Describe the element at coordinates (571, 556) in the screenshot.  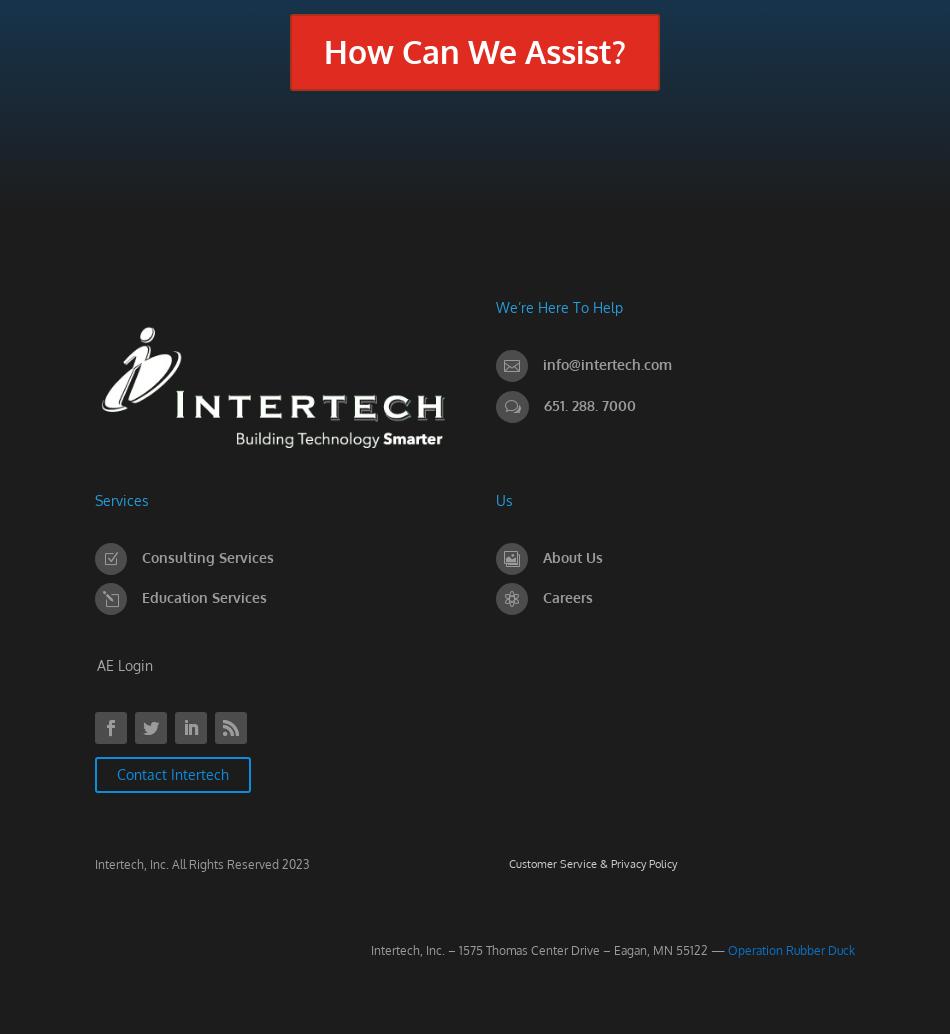
I see `'About Us'` at that location.